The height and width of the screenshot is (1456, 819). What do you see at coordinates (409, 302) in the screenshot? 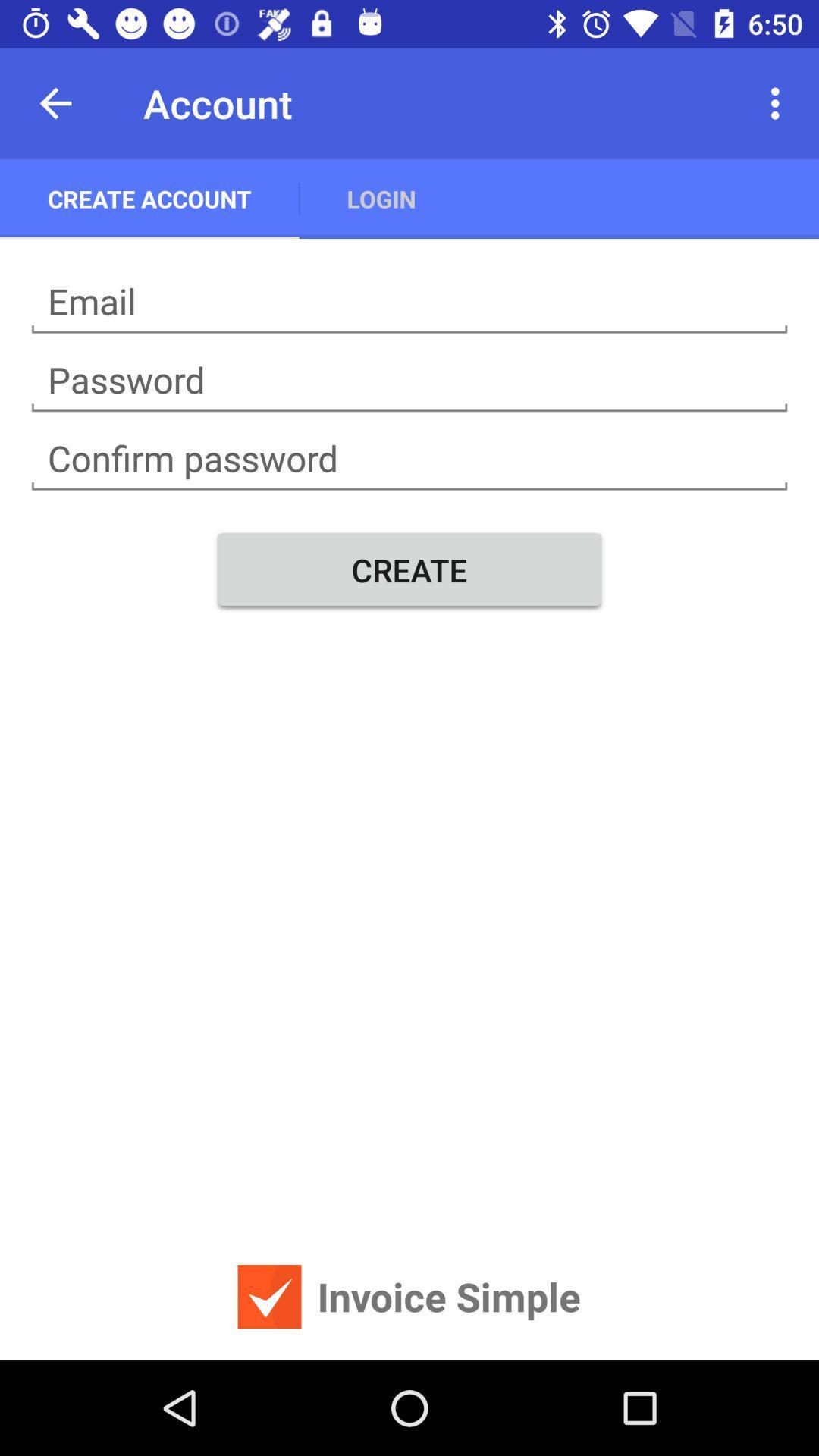
I see `the email box` at bounding box center [409, 302].